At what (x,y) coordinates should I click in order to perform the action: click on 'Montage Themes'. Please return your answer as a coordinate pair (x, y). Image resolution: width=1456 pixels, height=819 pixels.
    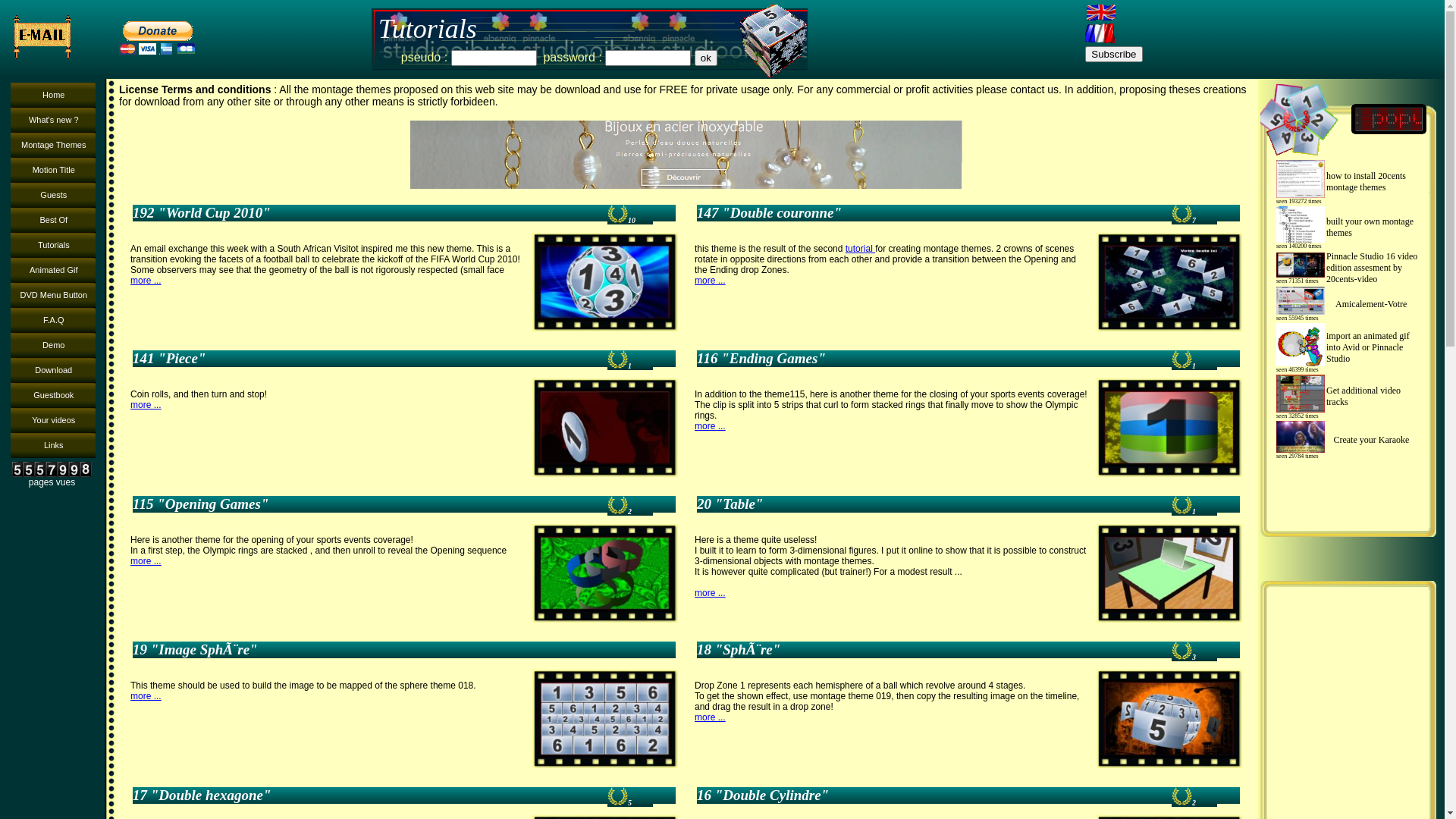
    Looking at the image, I should click on (53, 145).